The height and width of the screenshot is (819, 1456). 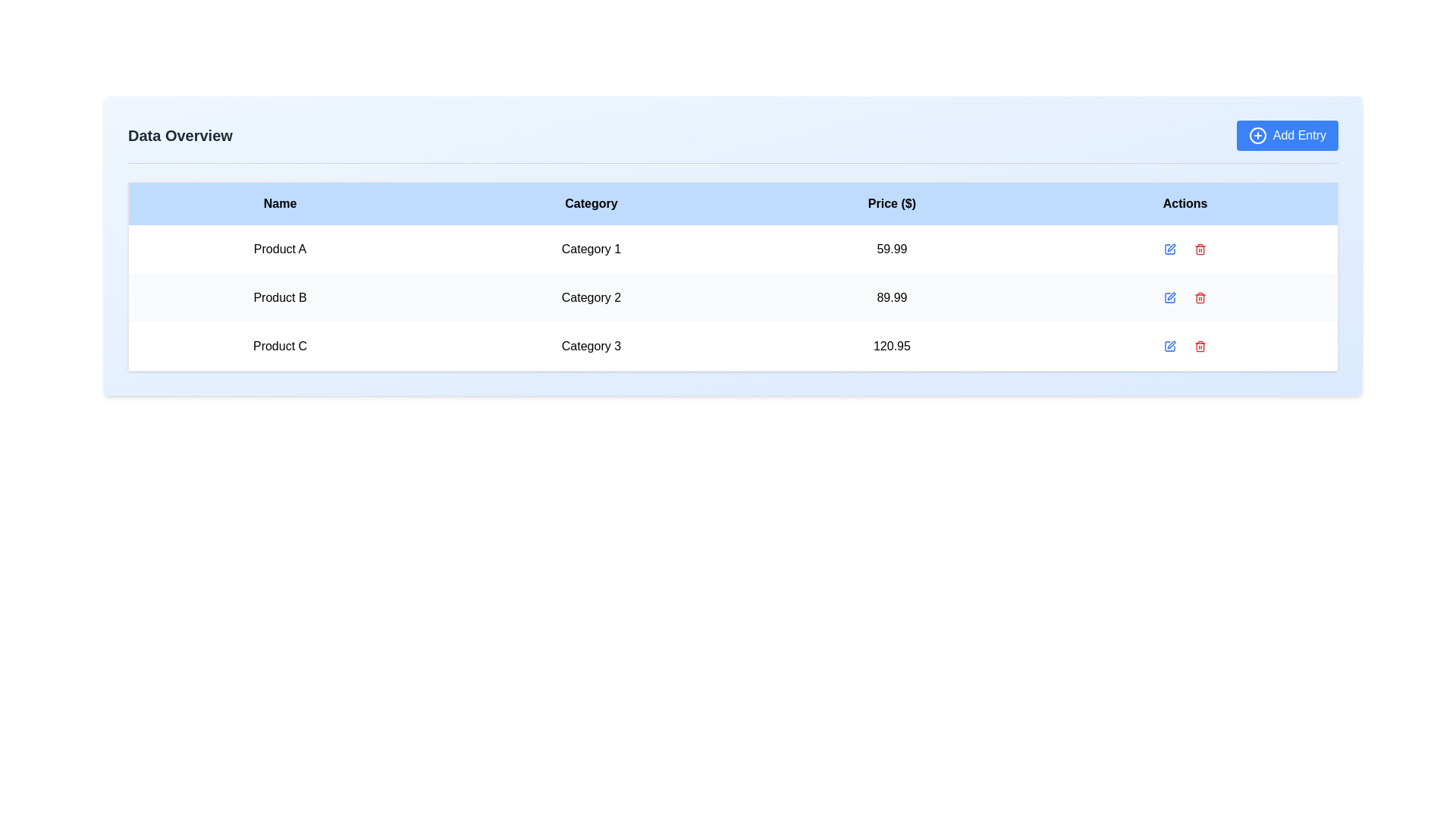 What do you see at coordinates (1185, 202) in the screenshot?
I see `the Table Header Cell (th) that serves as the header for the 'Actions' column in the 'Data Overview' section, located to the right of the 'Price ($)' header` at bounding box center [1185, 202].